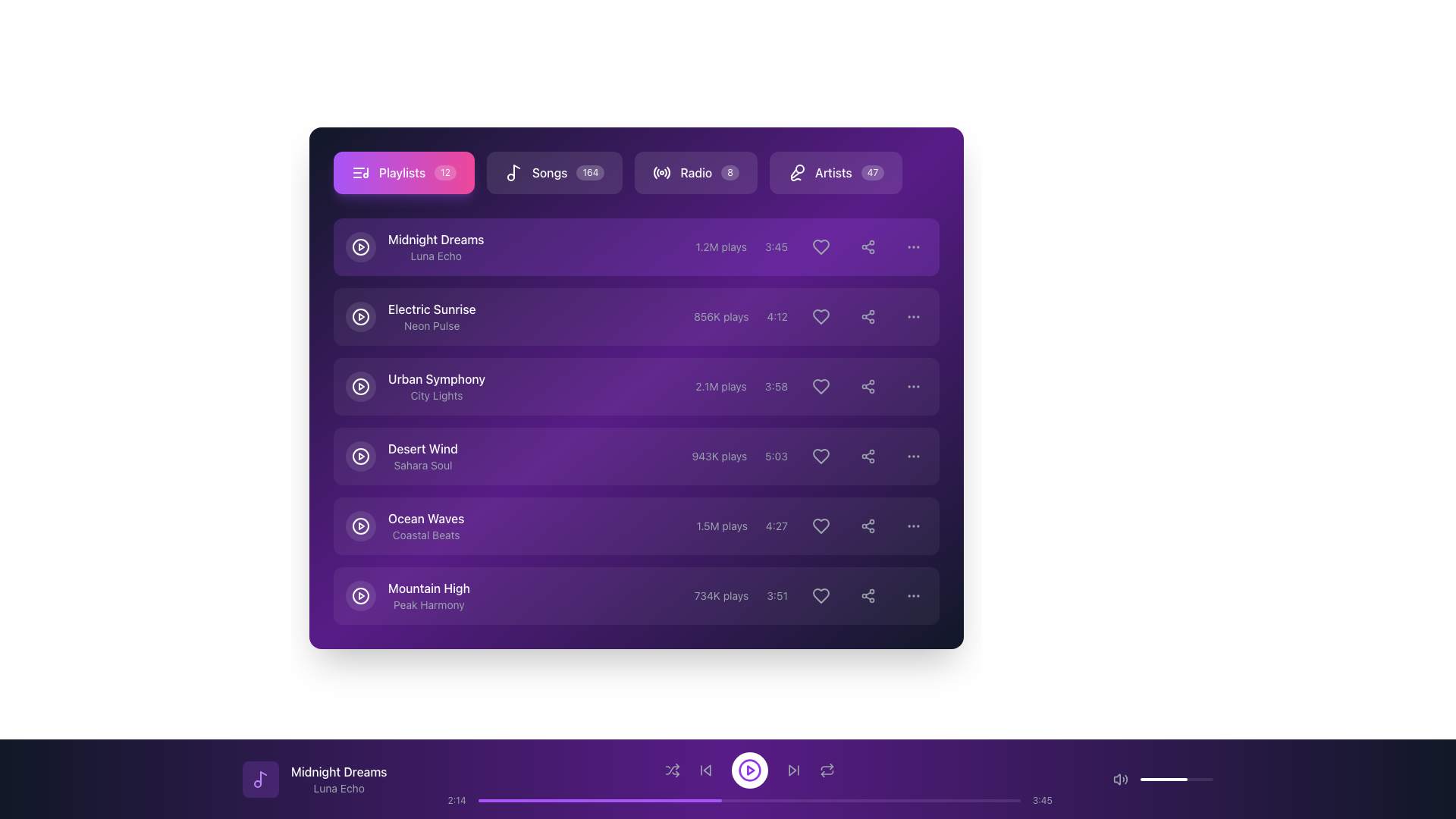 The height and width of the screenshot is (819, 1456). I want to click on the favorite button located in the row for the track 'Desert Wind', so click(821, 455).